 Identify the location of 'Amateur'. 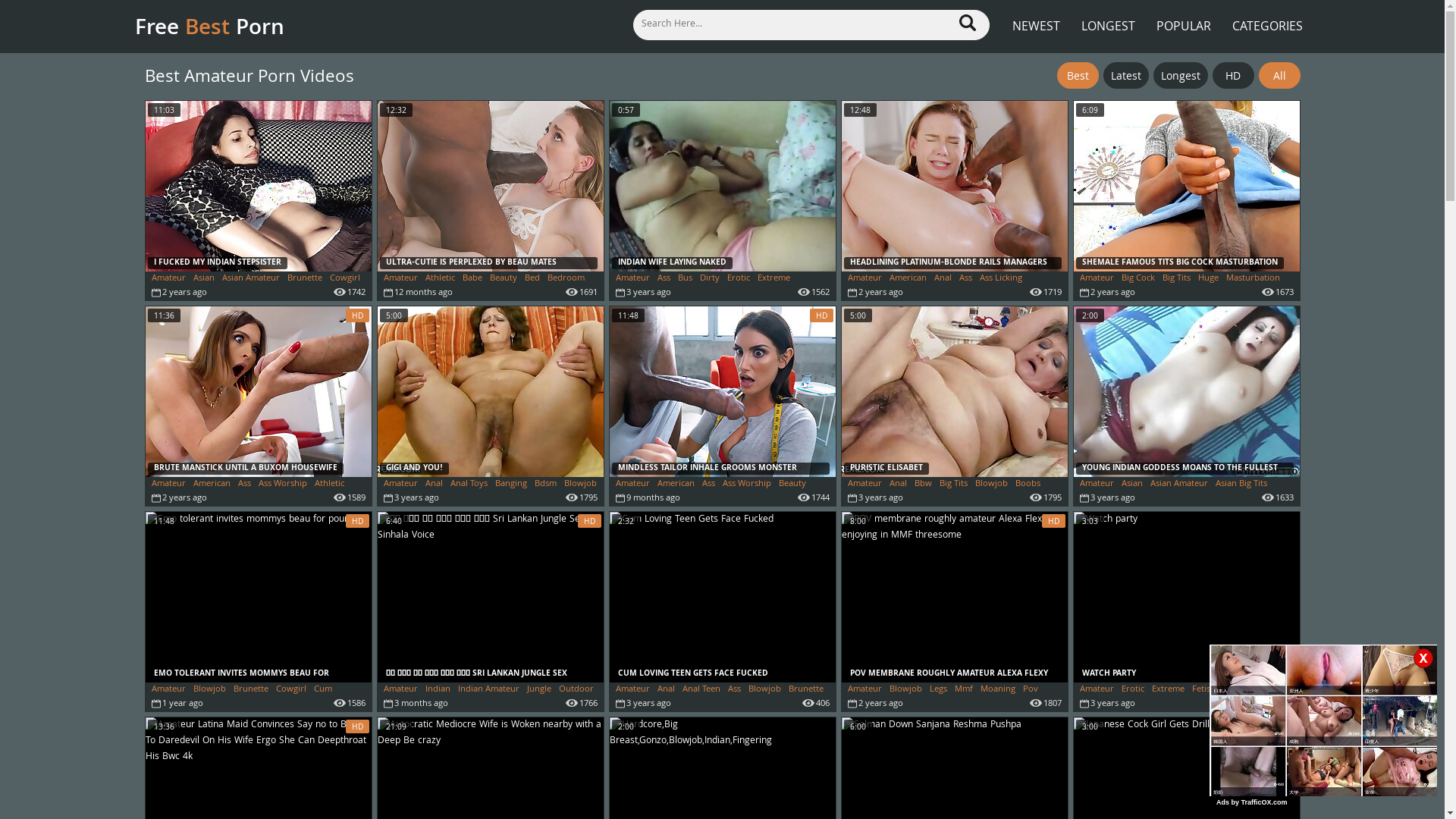
(632, 689).